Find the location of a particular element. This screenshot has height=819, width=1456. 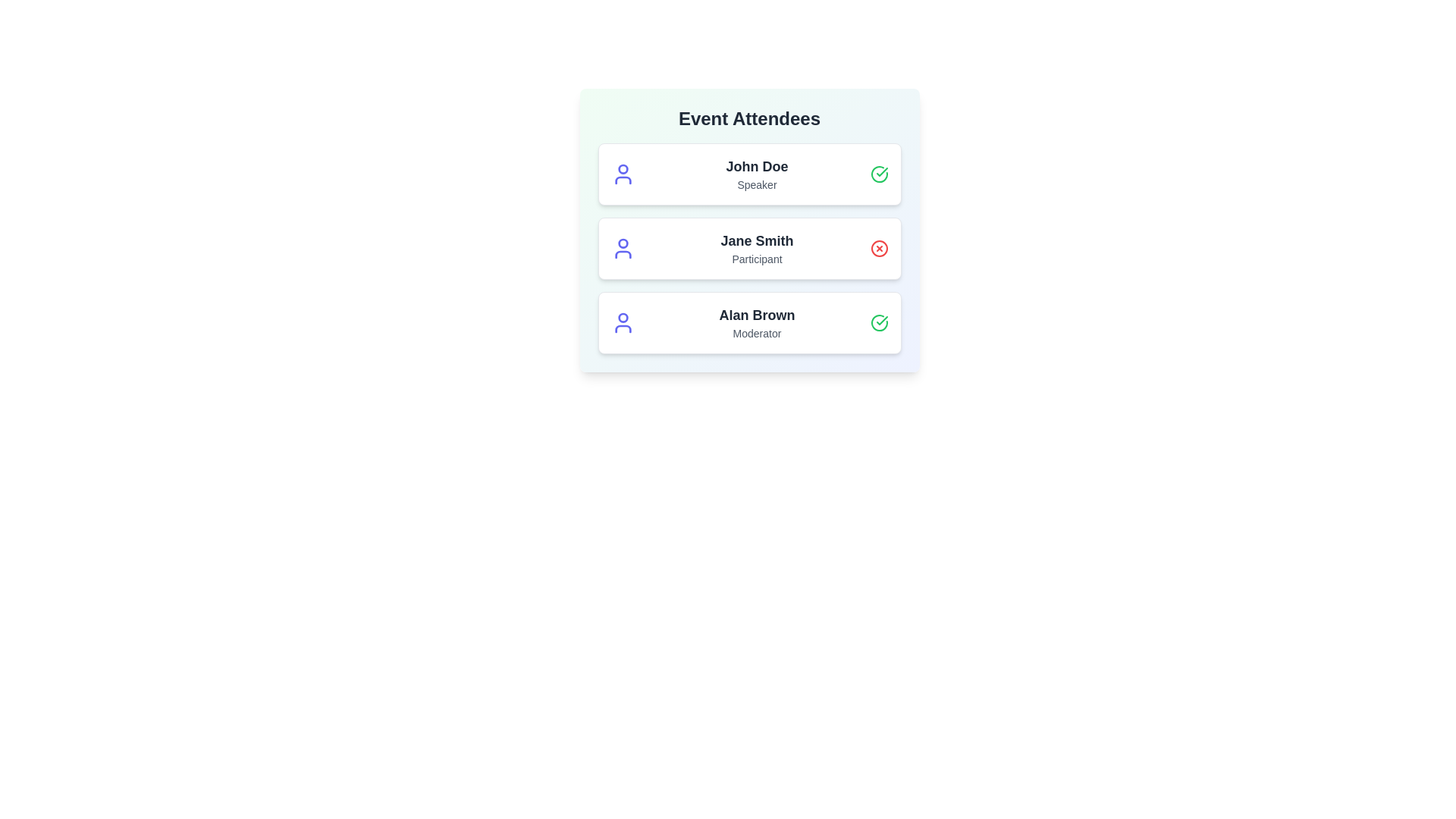

the role label to filter attendees by Moderator is located at coordinates (757, 332).